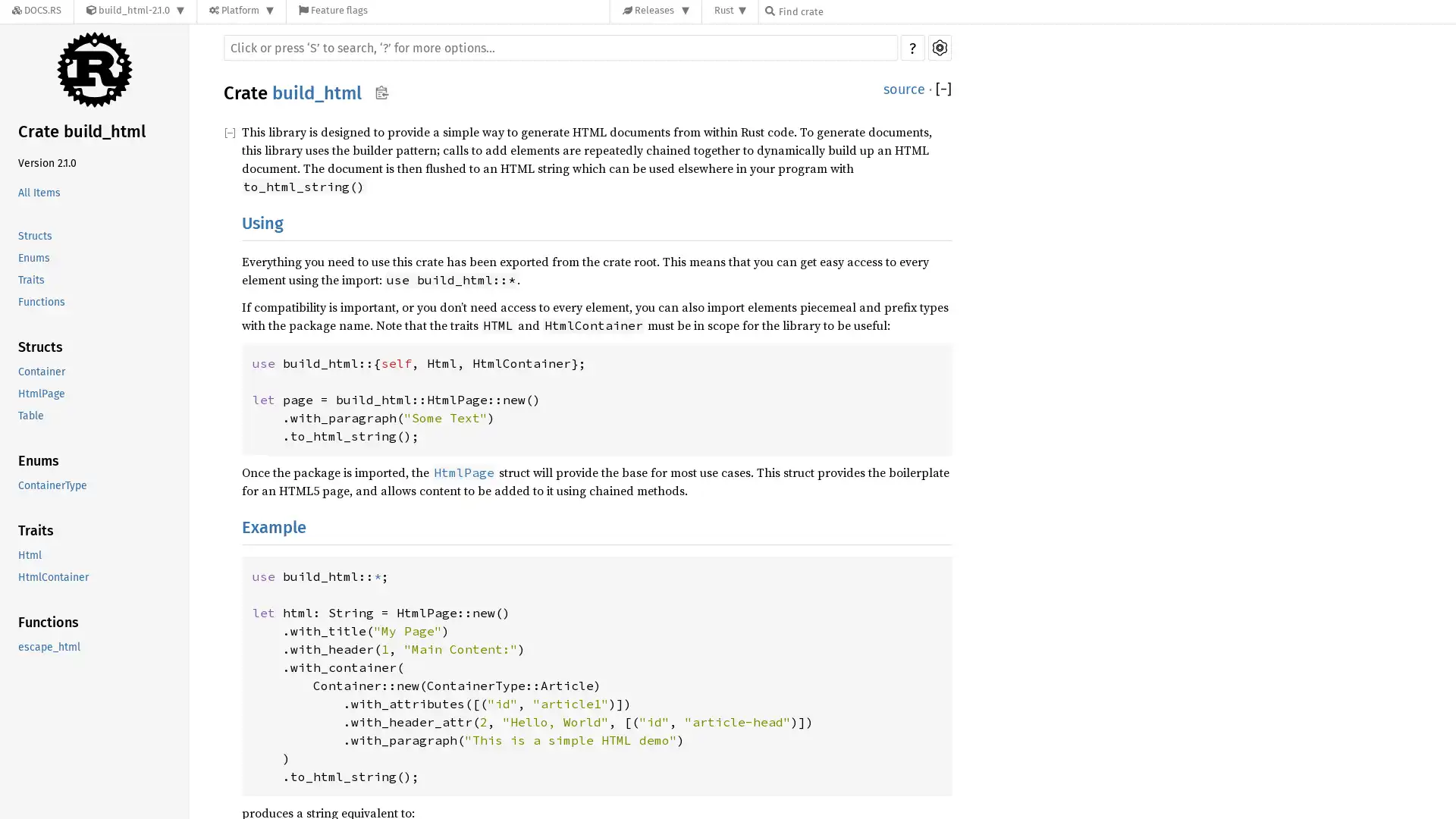 Image resolution: width=1456 pixels, height=819 pixels. What do you see at coordinates (381, 93) in the screenshot?
I see `Copy item path` at bounding box center [381, 93].